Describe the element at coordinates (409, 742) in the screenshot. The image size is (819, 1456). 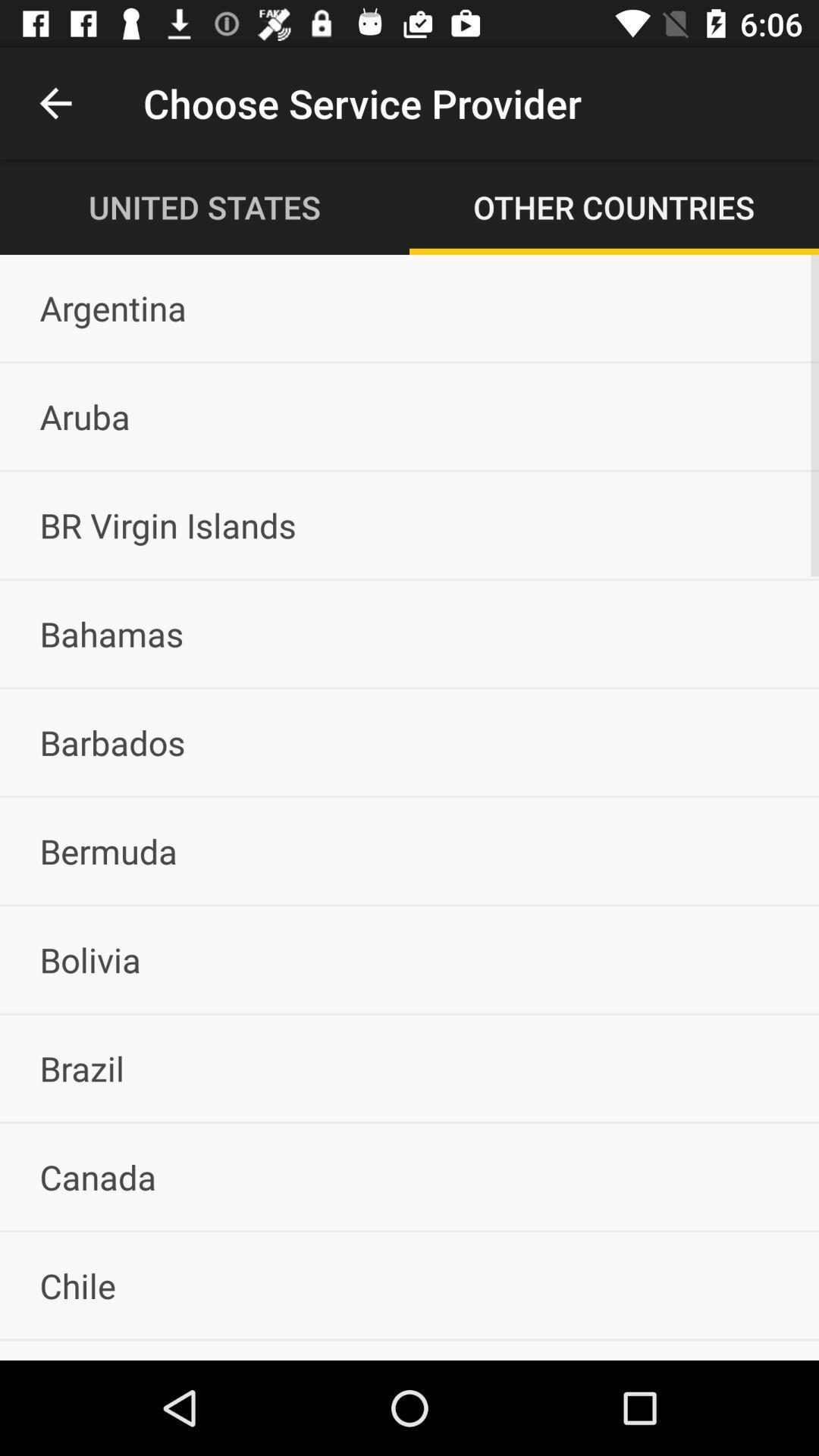
I see `the icon below the bahamas` at that location.